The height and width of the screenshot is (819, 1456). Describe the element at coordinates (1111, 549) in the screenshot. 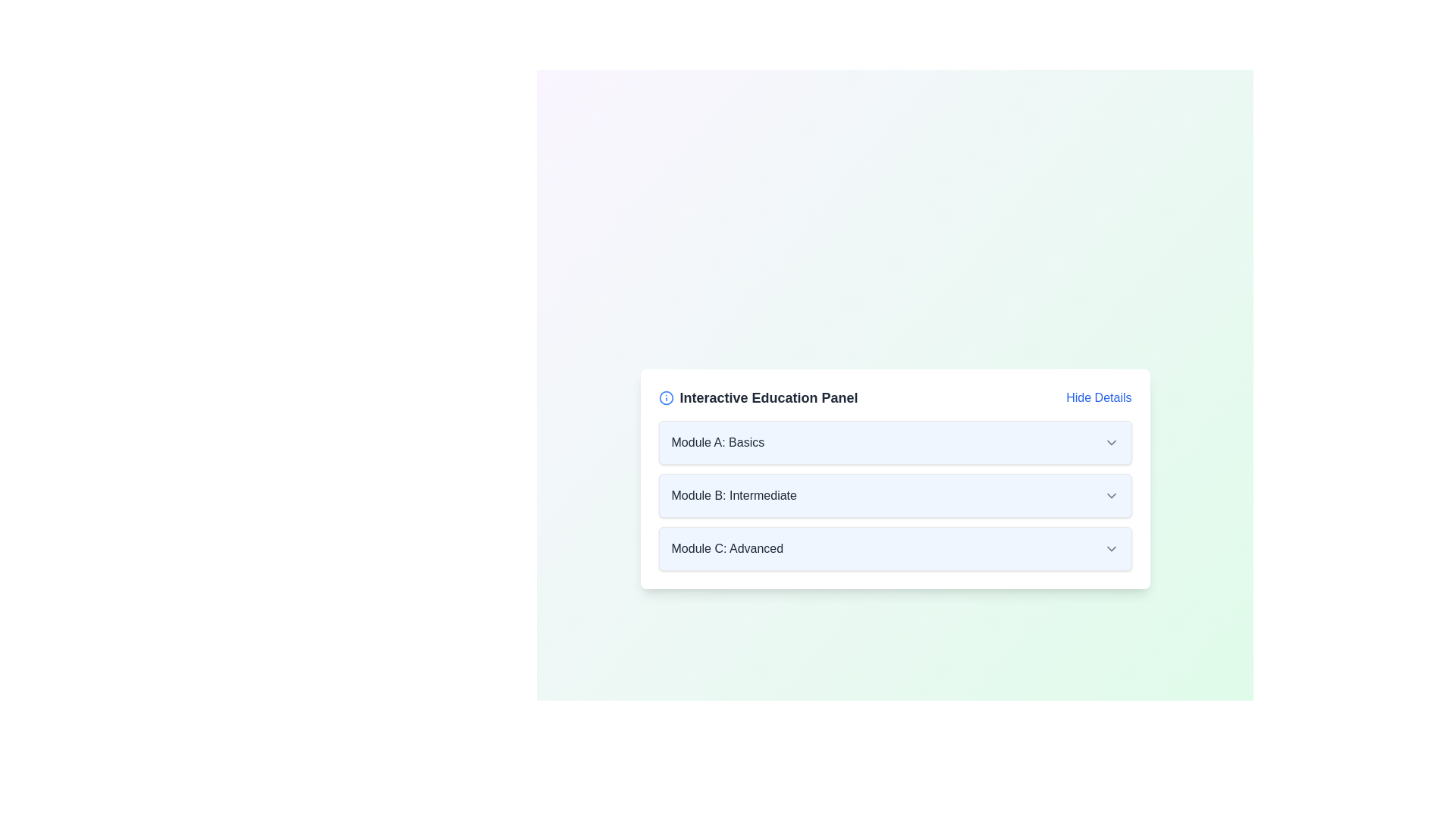

I see `the chevron-down icon located on the right side of the row labeled 'Module C: Advanced' to change its color` at that location.